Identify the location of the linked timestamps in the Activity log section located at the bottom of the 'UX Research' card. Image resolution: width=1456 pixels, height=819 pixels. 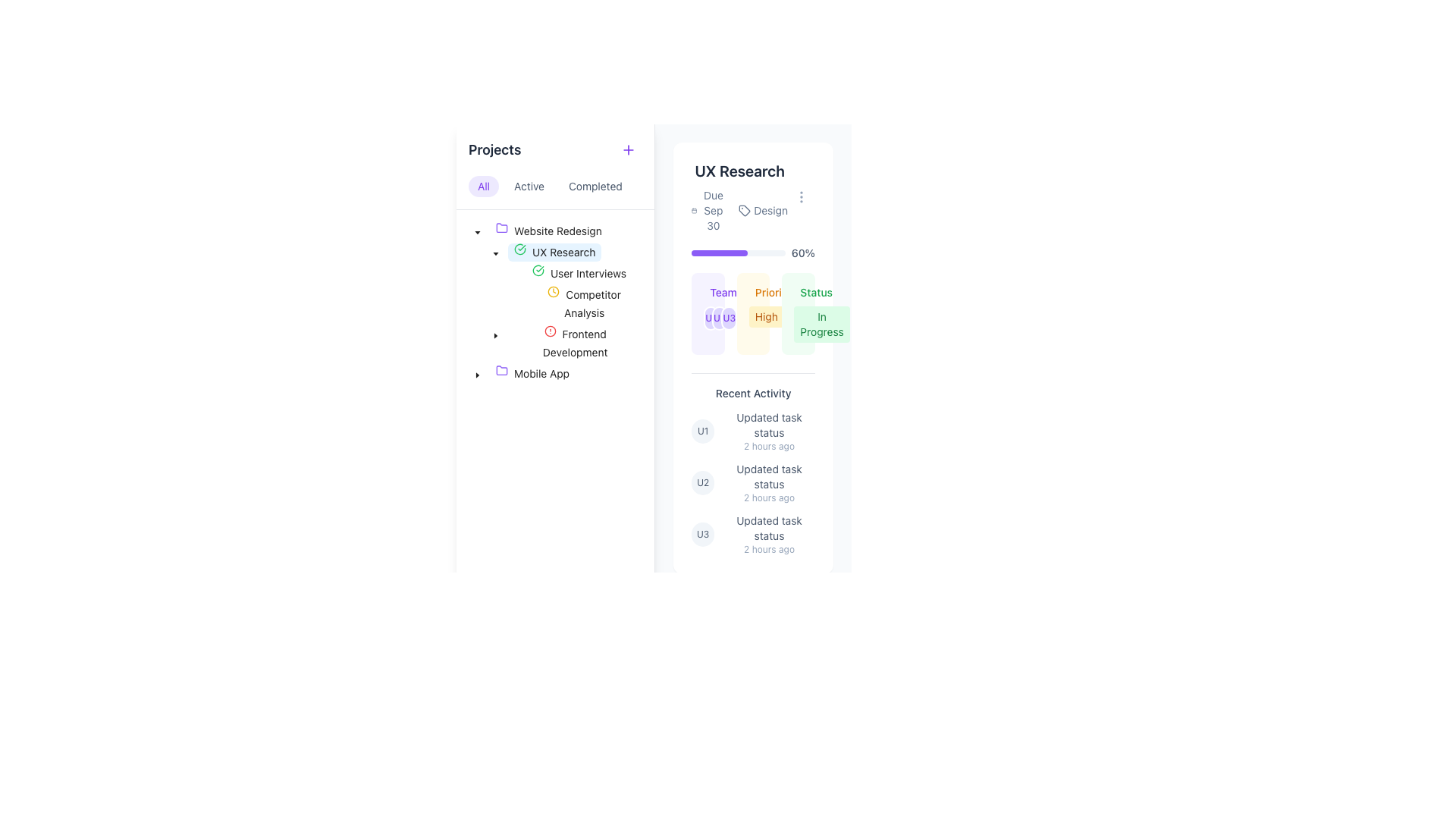
(753, 463).